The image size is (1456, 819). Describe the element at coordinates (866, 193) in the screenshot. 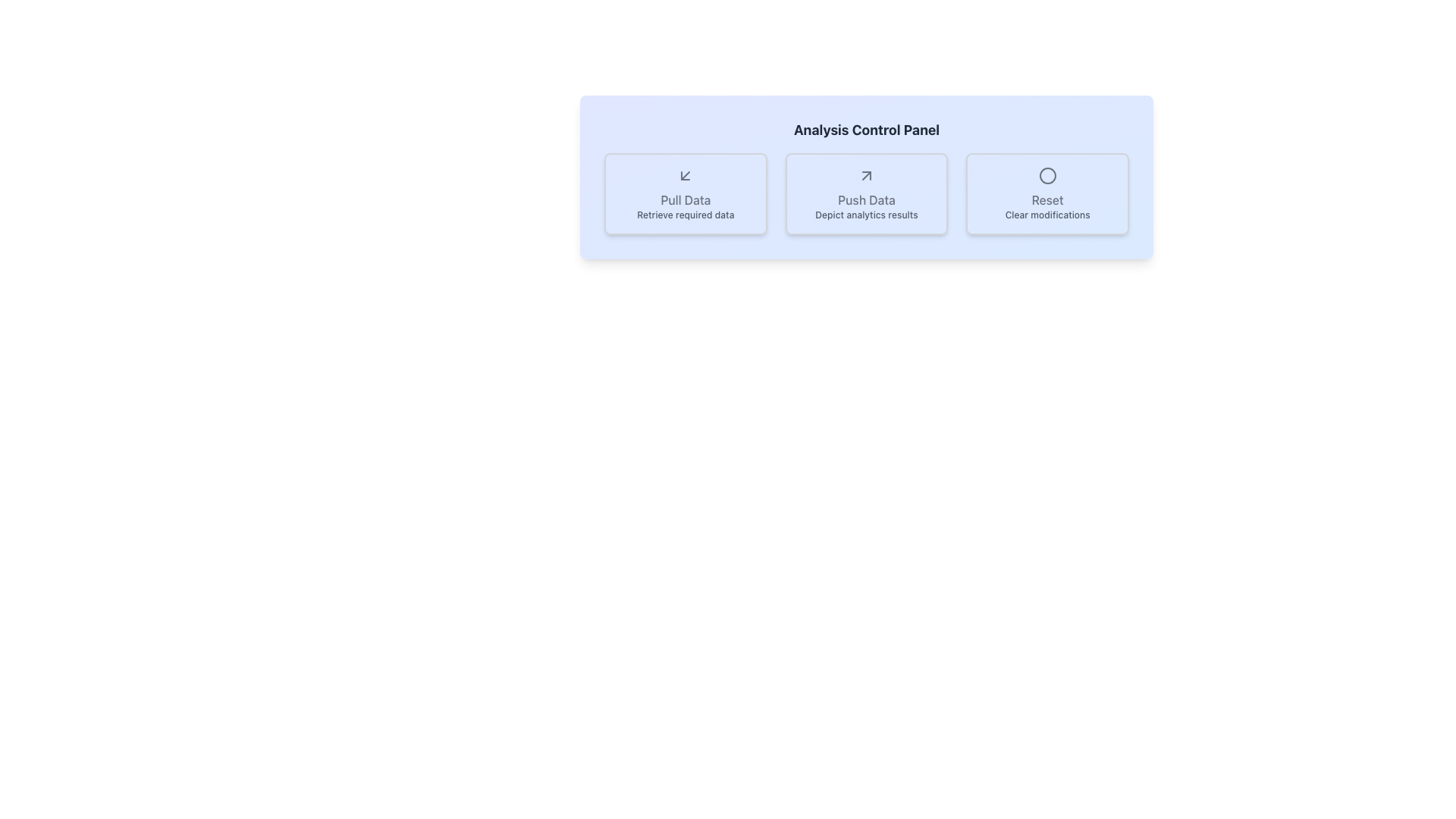

I see `the 'Push Data' button in the 'Analysis Control Panel'` at that location.